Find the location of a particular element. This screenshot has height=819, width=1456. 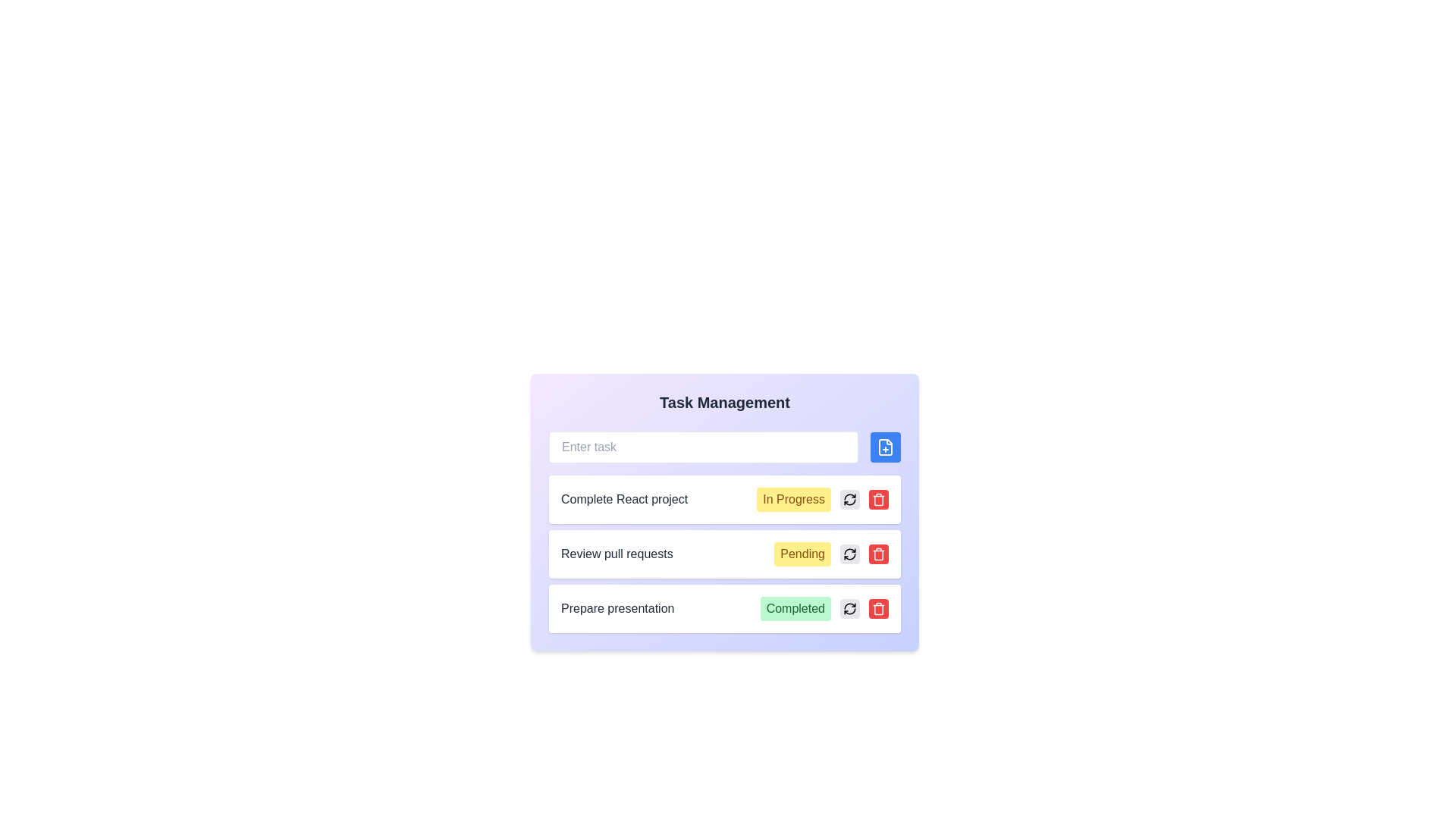

the delete button with a red background and trash bin icon, located in the 'In Progress' row is located at coordinates (878, 500).